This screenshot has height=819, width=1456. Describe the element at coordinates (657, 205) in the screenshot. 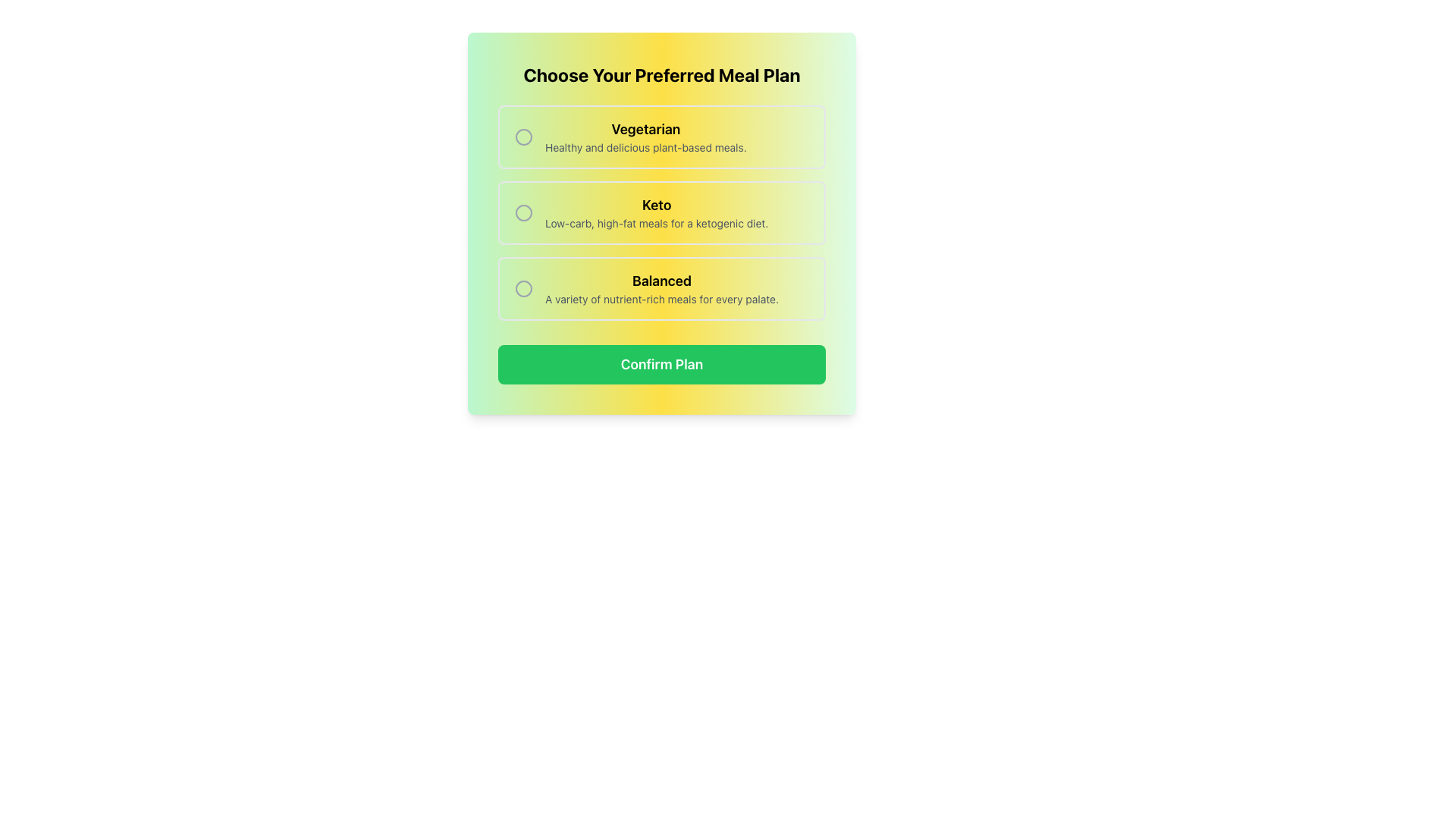

I see `the Text Label that serves as a title for the ketogenic meal plan option, positioned centrally at the top of the selection interface` at that location.